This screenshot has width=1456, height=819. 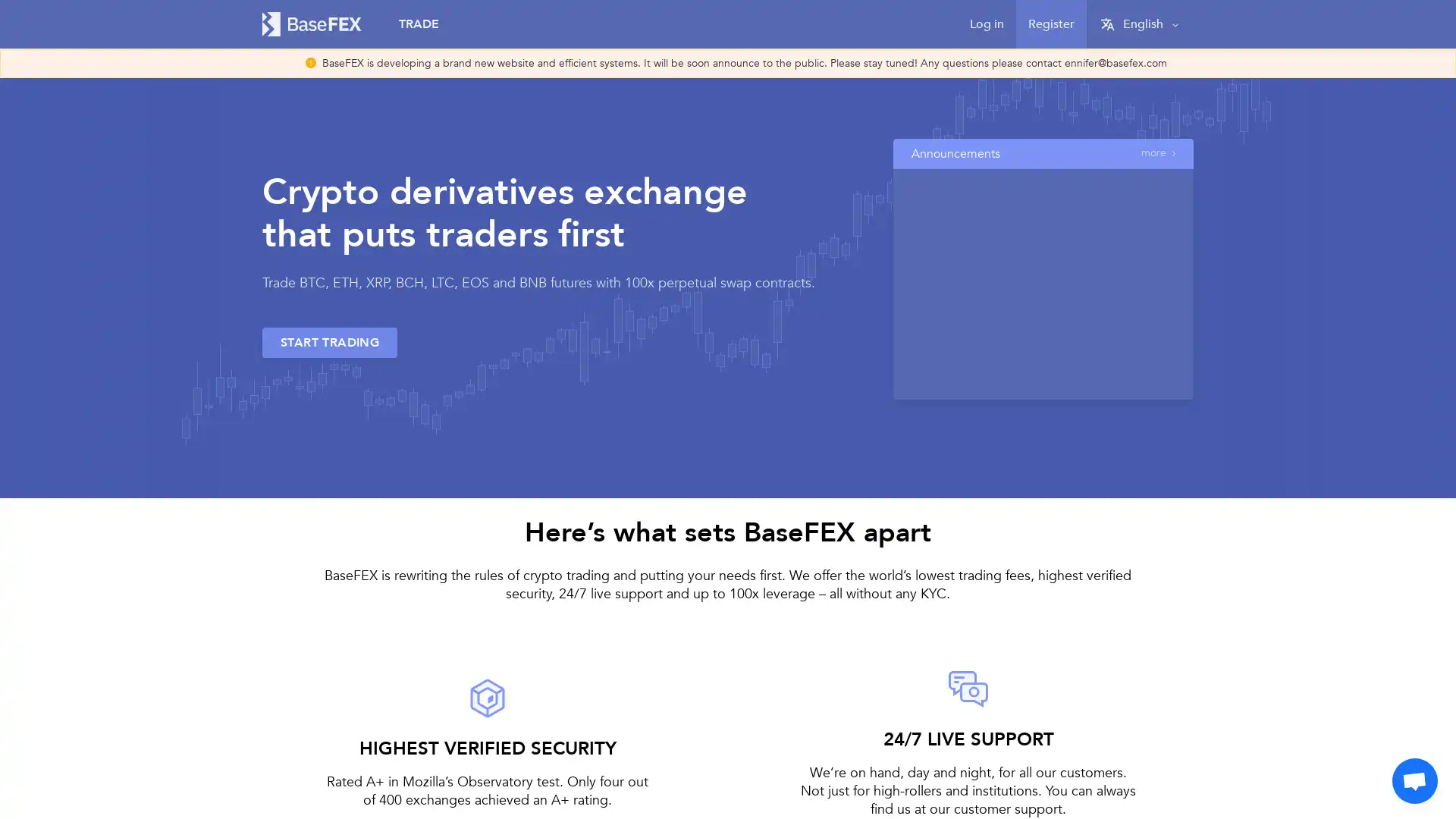 I want to click on START TRADING, so click(x=329, y=342).